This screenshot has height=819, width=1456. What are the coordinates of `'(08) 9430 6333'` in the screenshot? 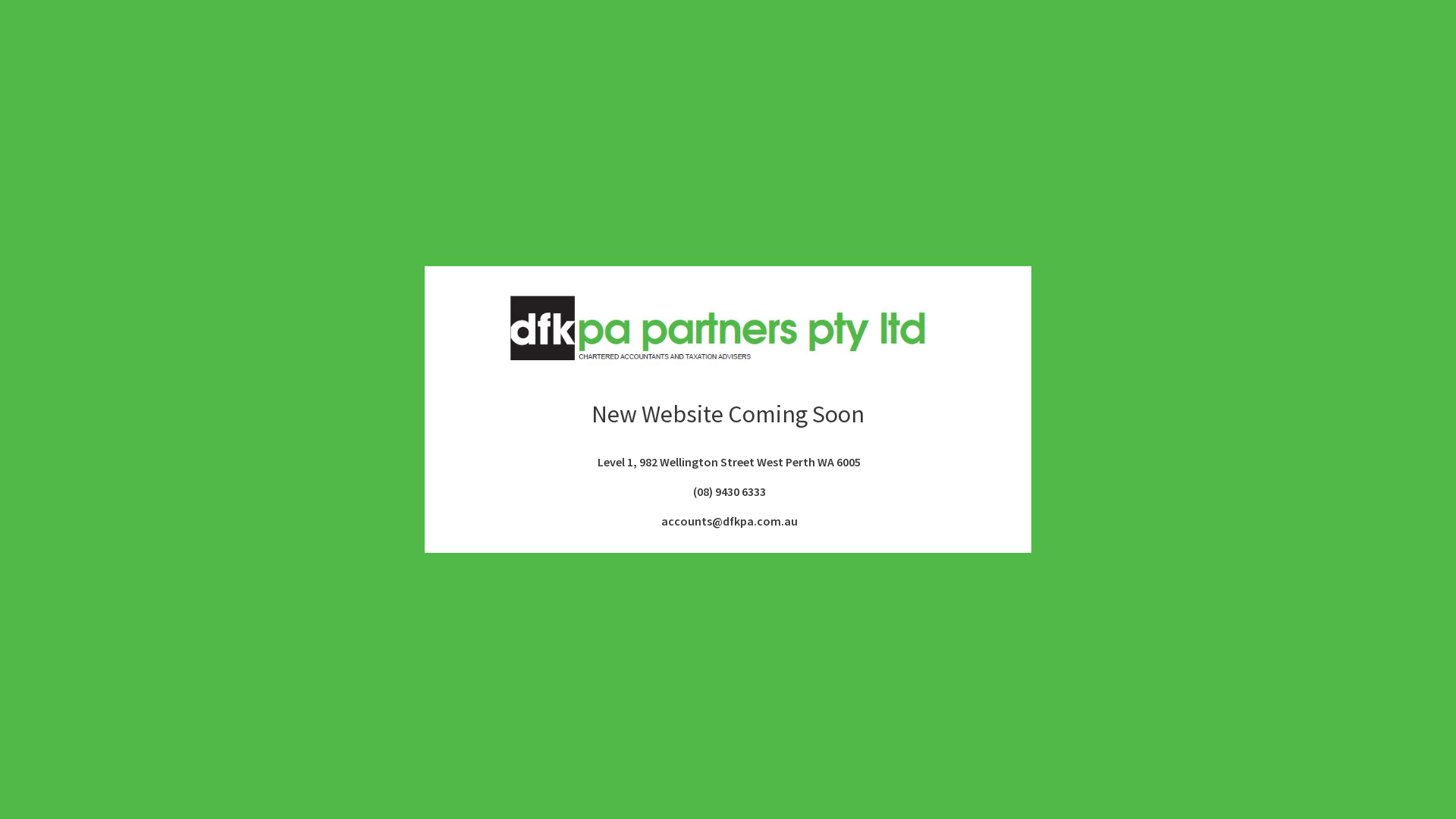 It's located at (726, 491).